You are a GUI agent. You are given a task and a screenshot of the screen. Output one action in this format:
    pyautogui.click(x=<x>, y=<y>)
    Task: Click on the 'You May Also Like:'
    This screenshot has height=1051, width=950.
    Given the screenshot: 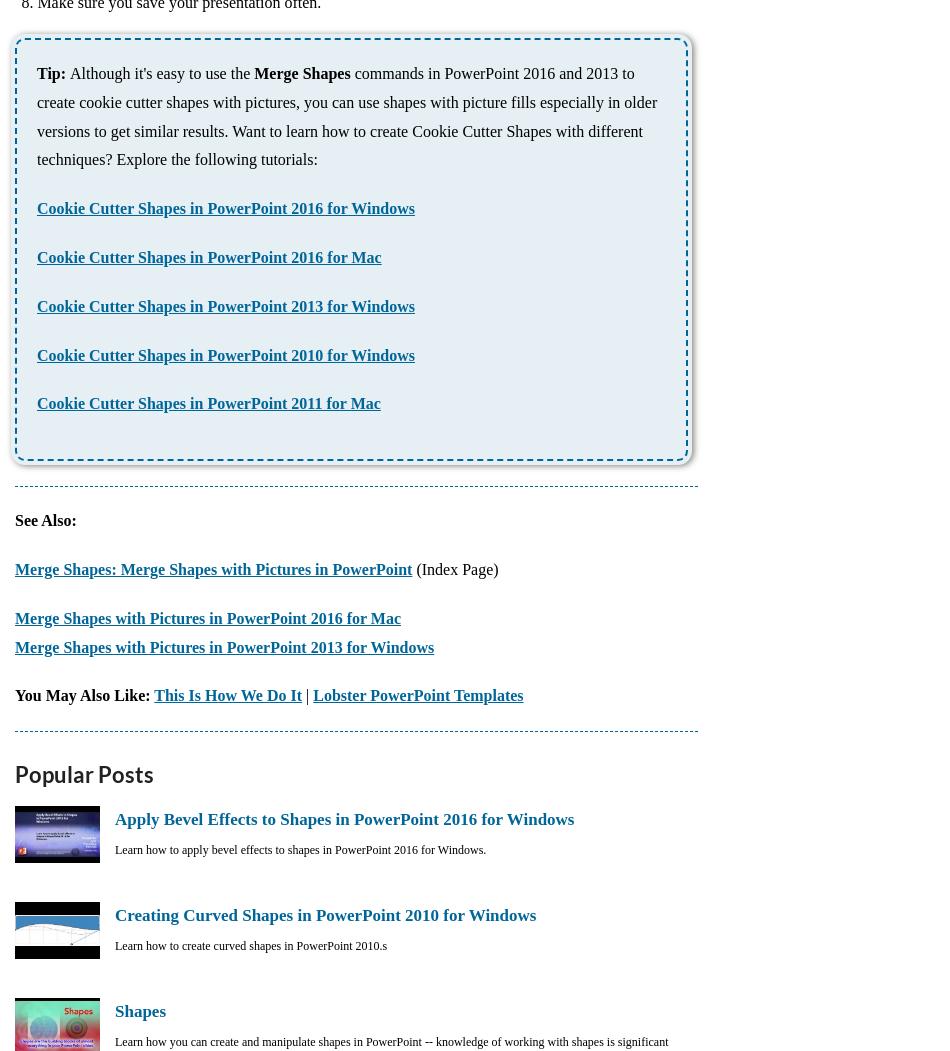 What is the action you would take?
    pyautogui.click(x=84, y=694)
    